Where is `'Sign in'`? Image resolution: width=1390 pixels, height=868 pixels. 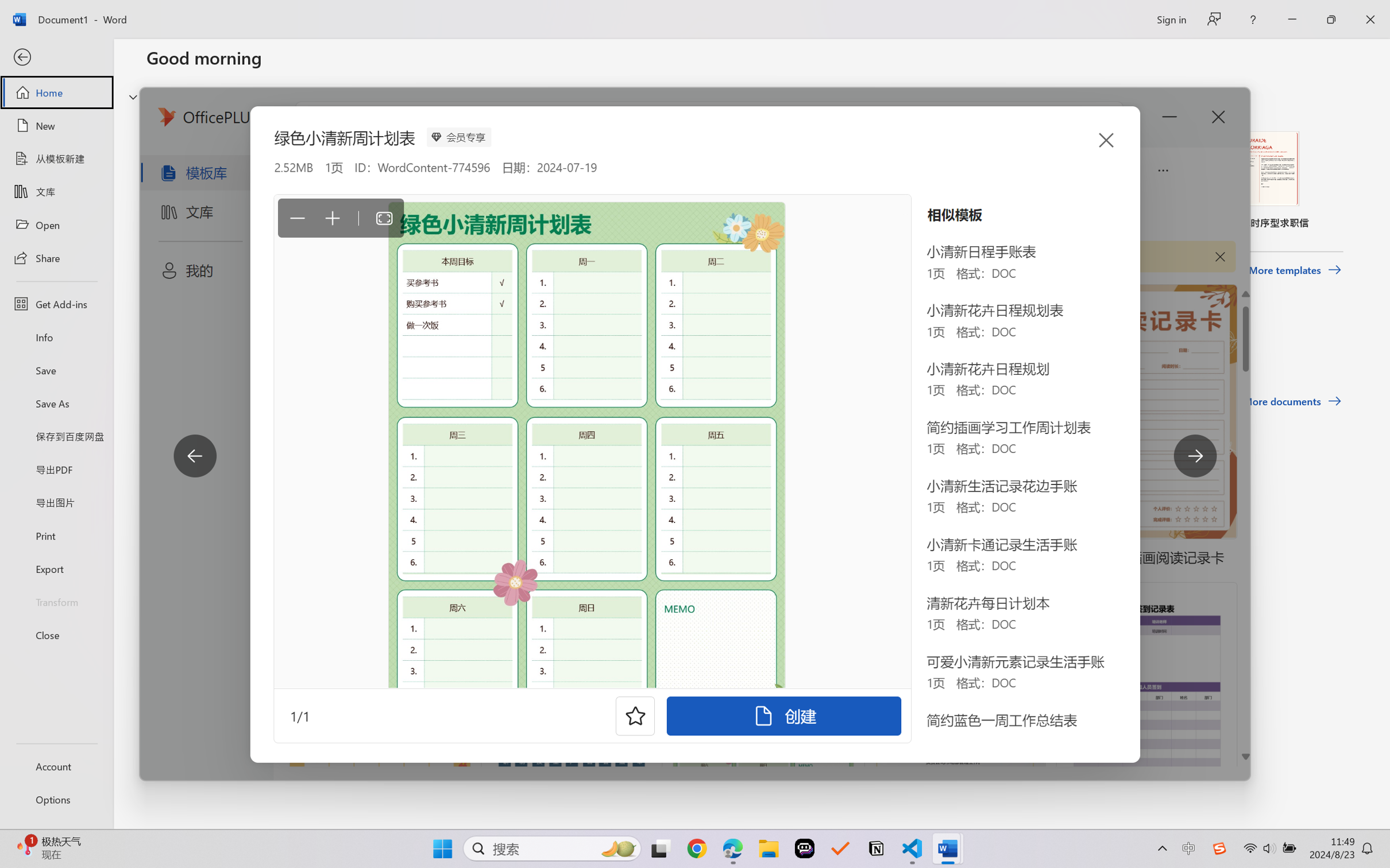 'Sign in' is located at coordinates (1170, 19).